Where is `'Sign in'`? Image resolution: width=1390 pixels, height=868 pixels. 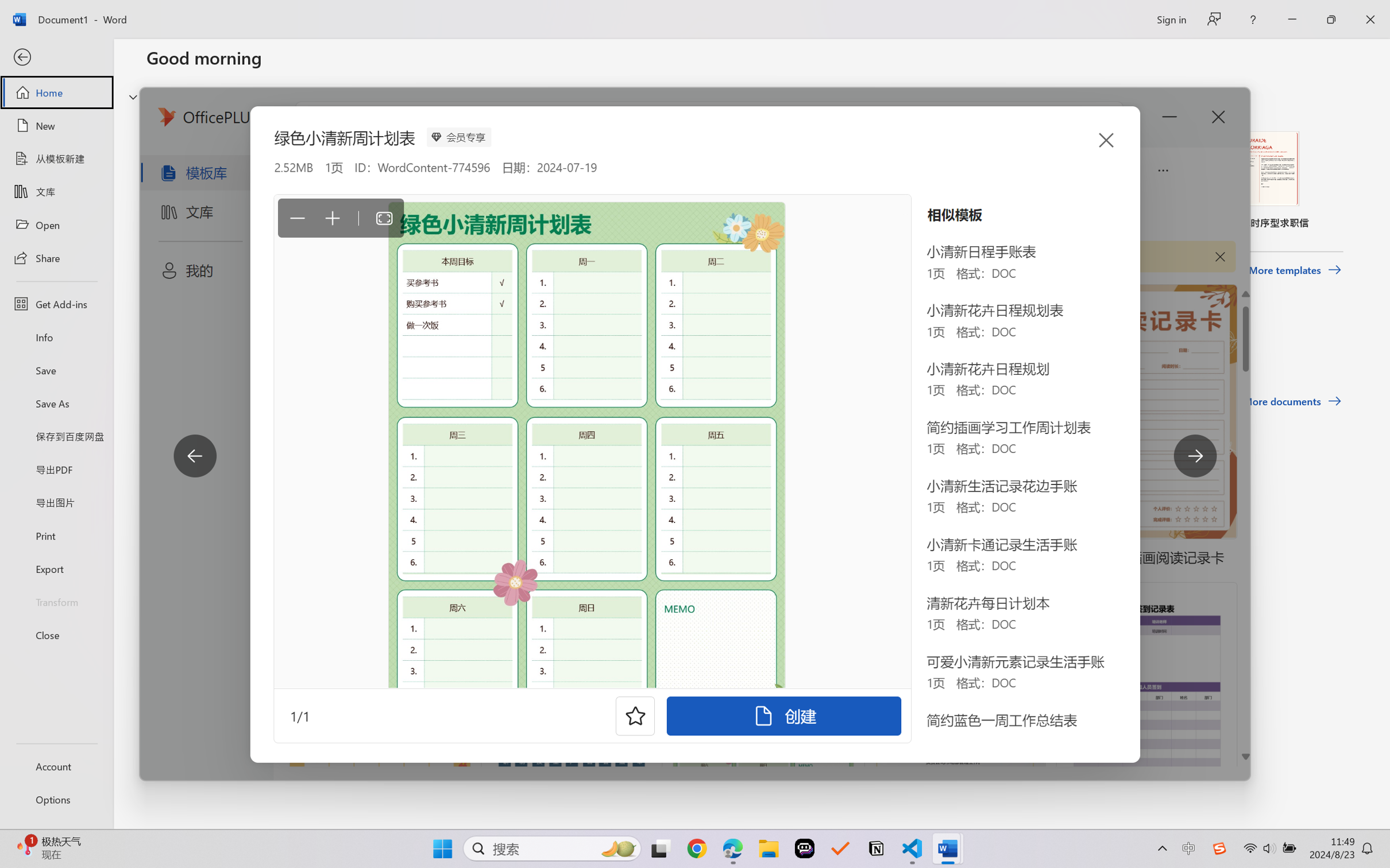 'Sign in' is located at coordinates (1170, 19).